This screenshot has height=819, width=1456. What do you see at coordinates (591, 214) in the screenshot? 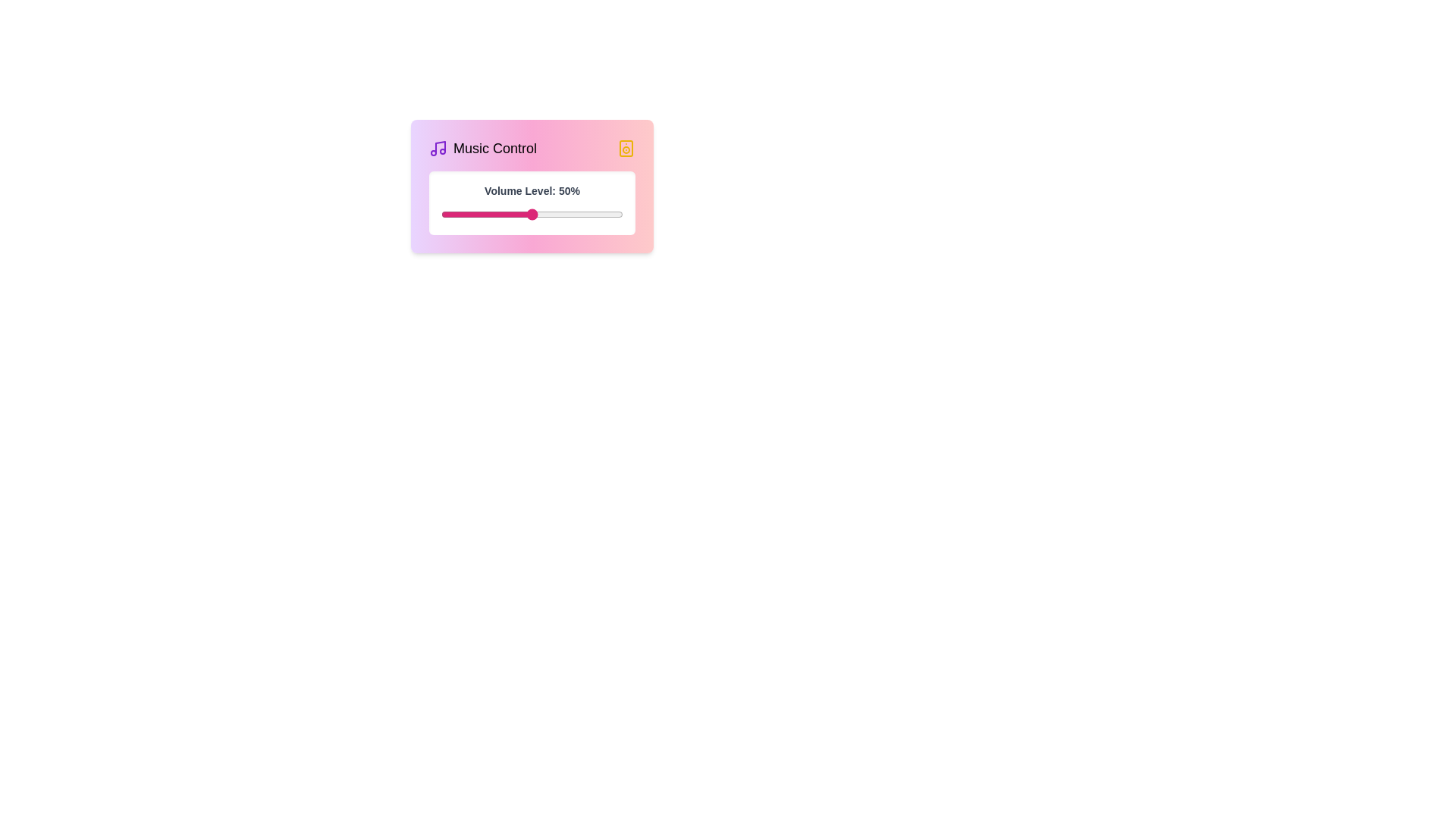
I see `the volume level to 83% by adjusting the slider` at bounding box center [591, 214].